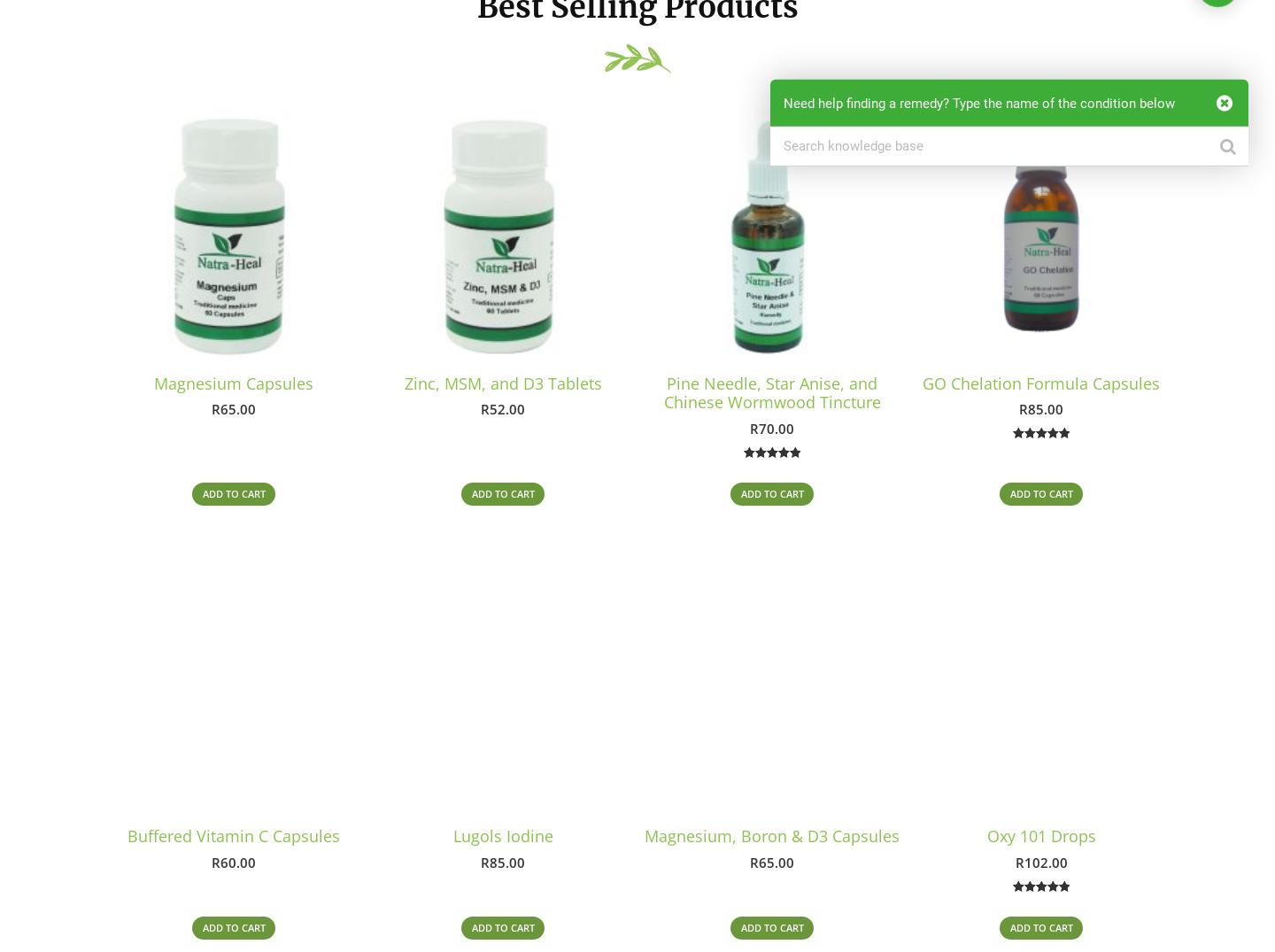  I want to click on '102.00', so click(1045, 863).